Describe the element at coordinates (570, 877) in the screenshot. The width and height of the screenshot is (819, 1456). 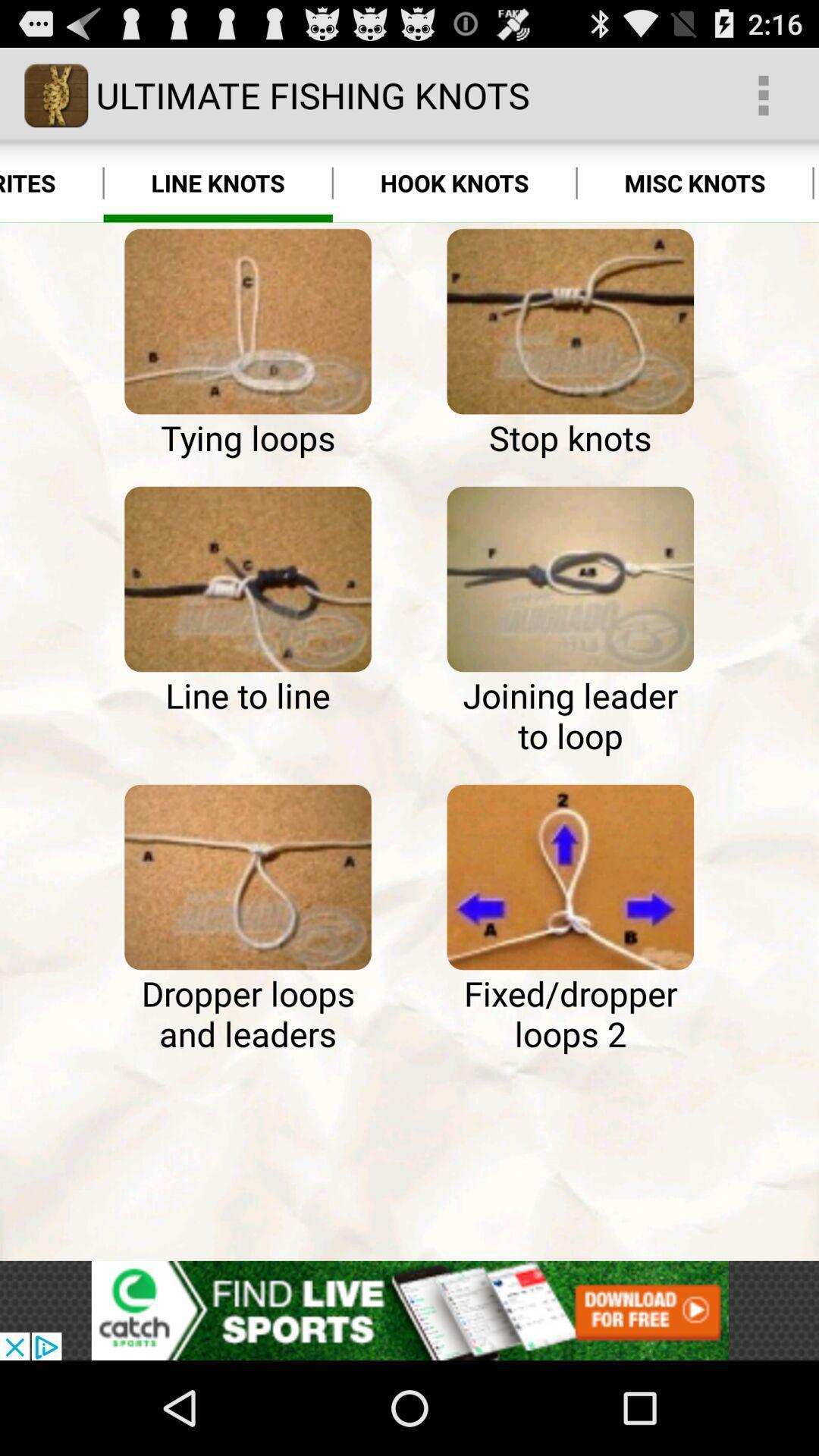
I see `open fixed/dropper loops 2` at that location.